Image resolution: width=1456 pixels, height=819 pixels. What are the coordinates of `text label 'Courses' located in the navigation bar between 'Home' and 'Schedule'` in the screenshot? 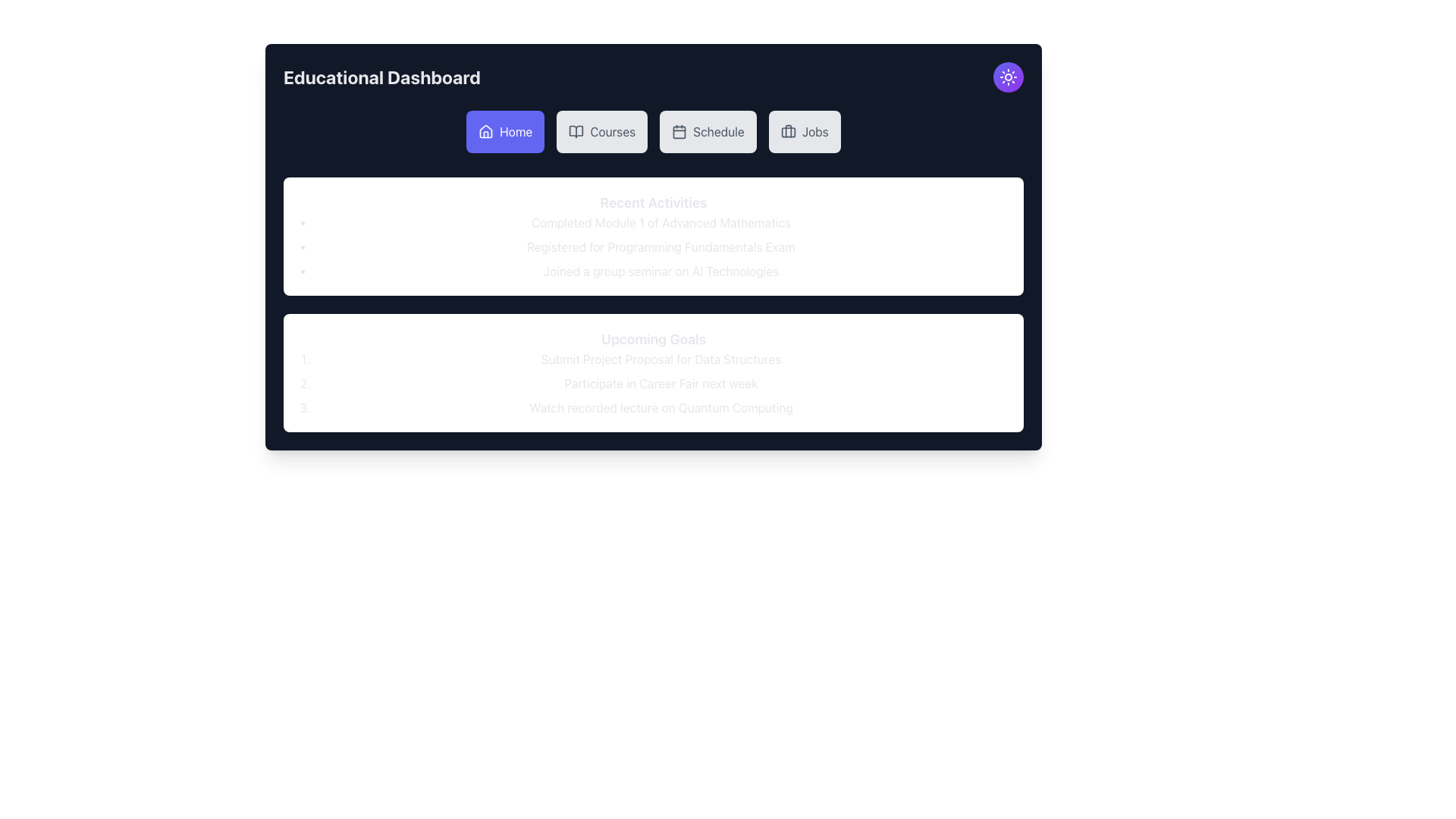 It's located at (613, 130).